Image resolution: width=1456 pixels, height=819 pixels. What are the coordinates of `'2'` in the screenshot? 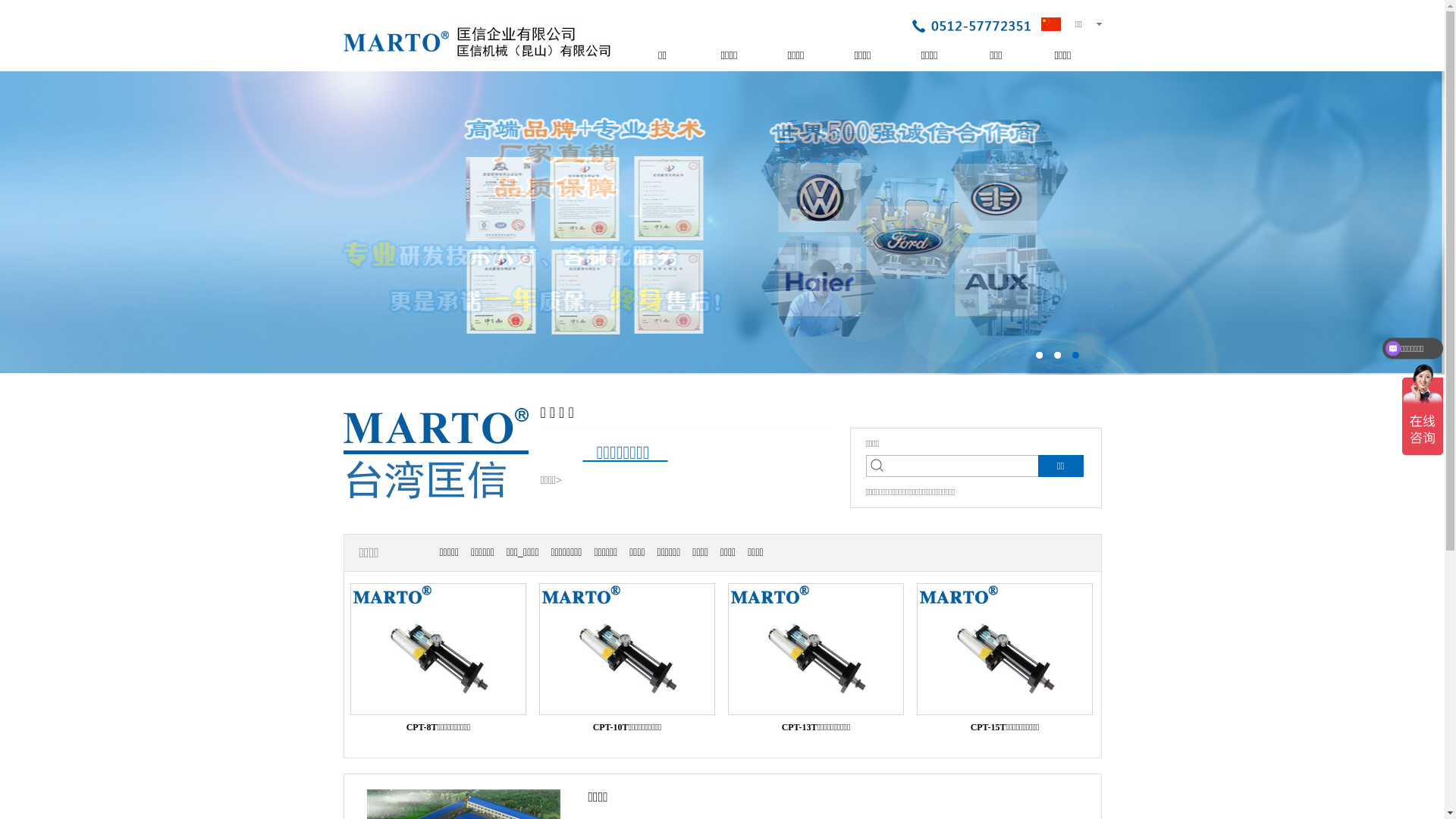 It's located at (1053, 355).